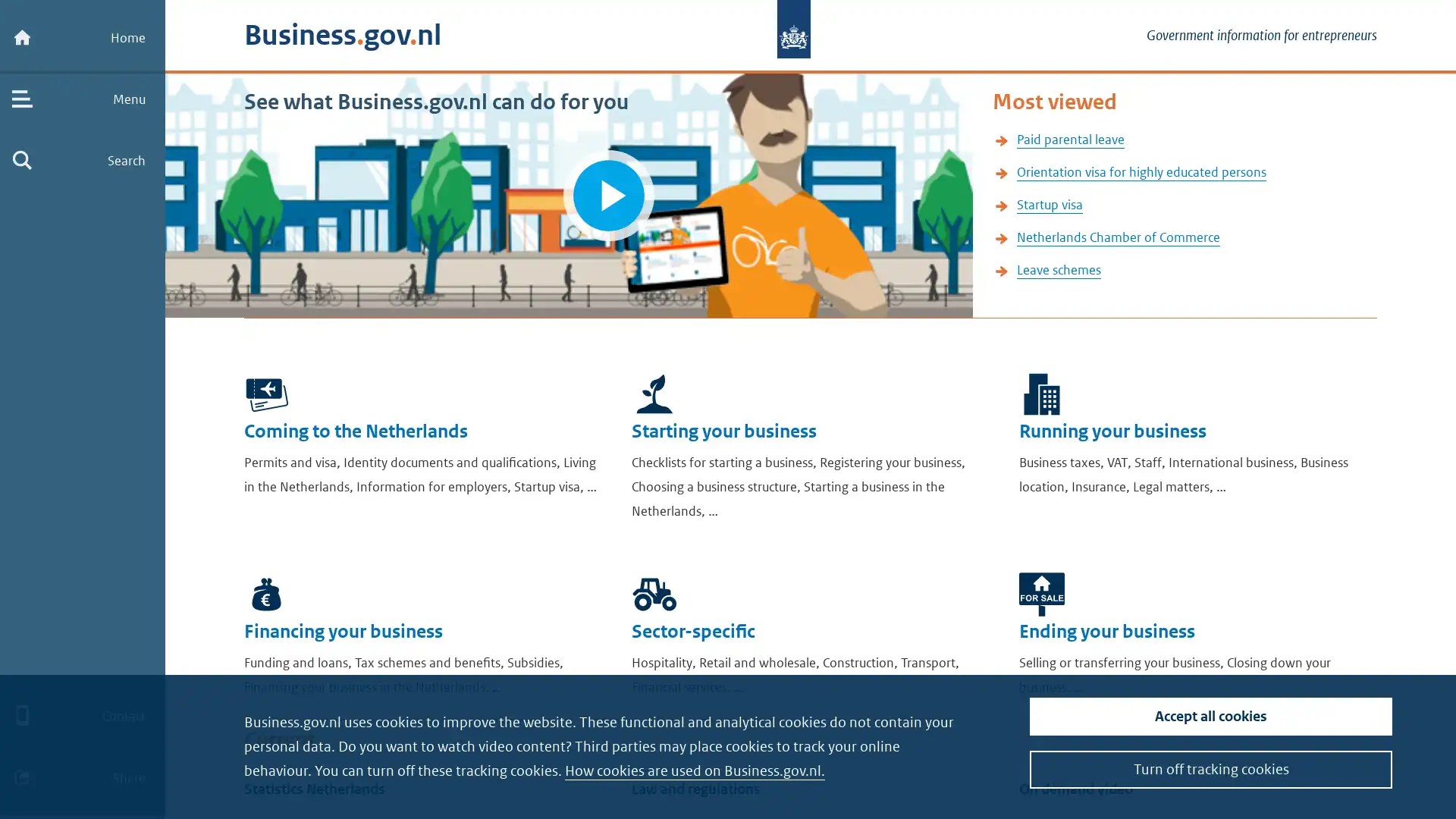 The image size is (1456, 819). I want to click on Play video, so click(607, 195).